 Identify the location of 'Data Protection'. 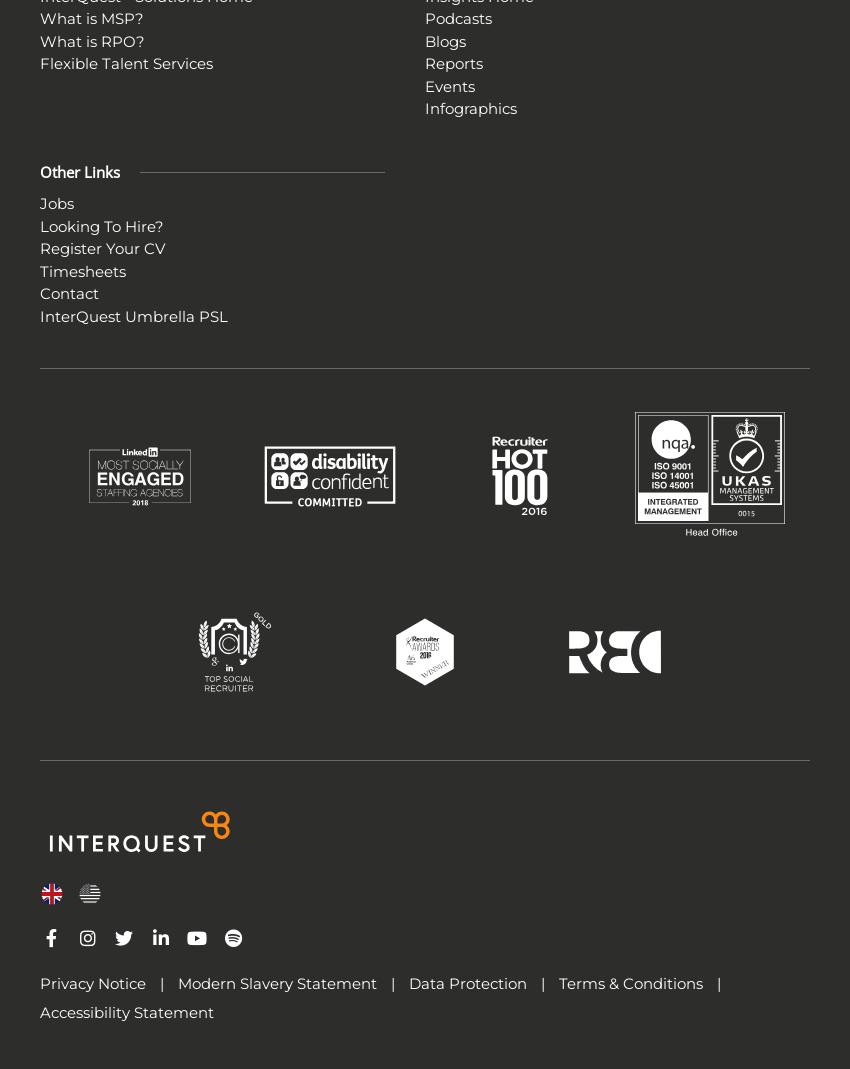
(468, 983).